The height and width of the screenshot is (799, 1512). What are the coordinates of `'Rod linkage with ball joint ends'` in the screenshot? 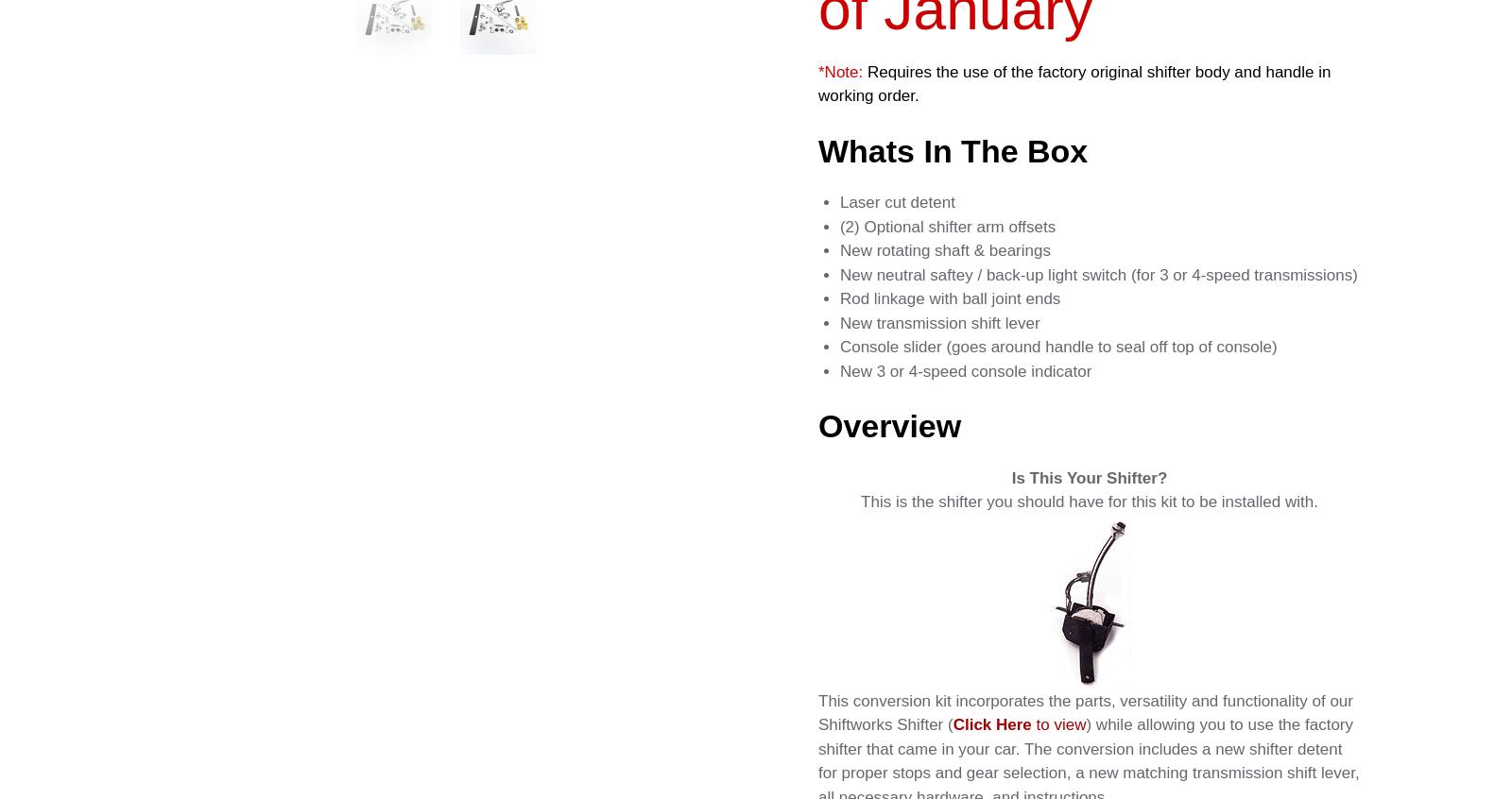 It's located at (949, 297).